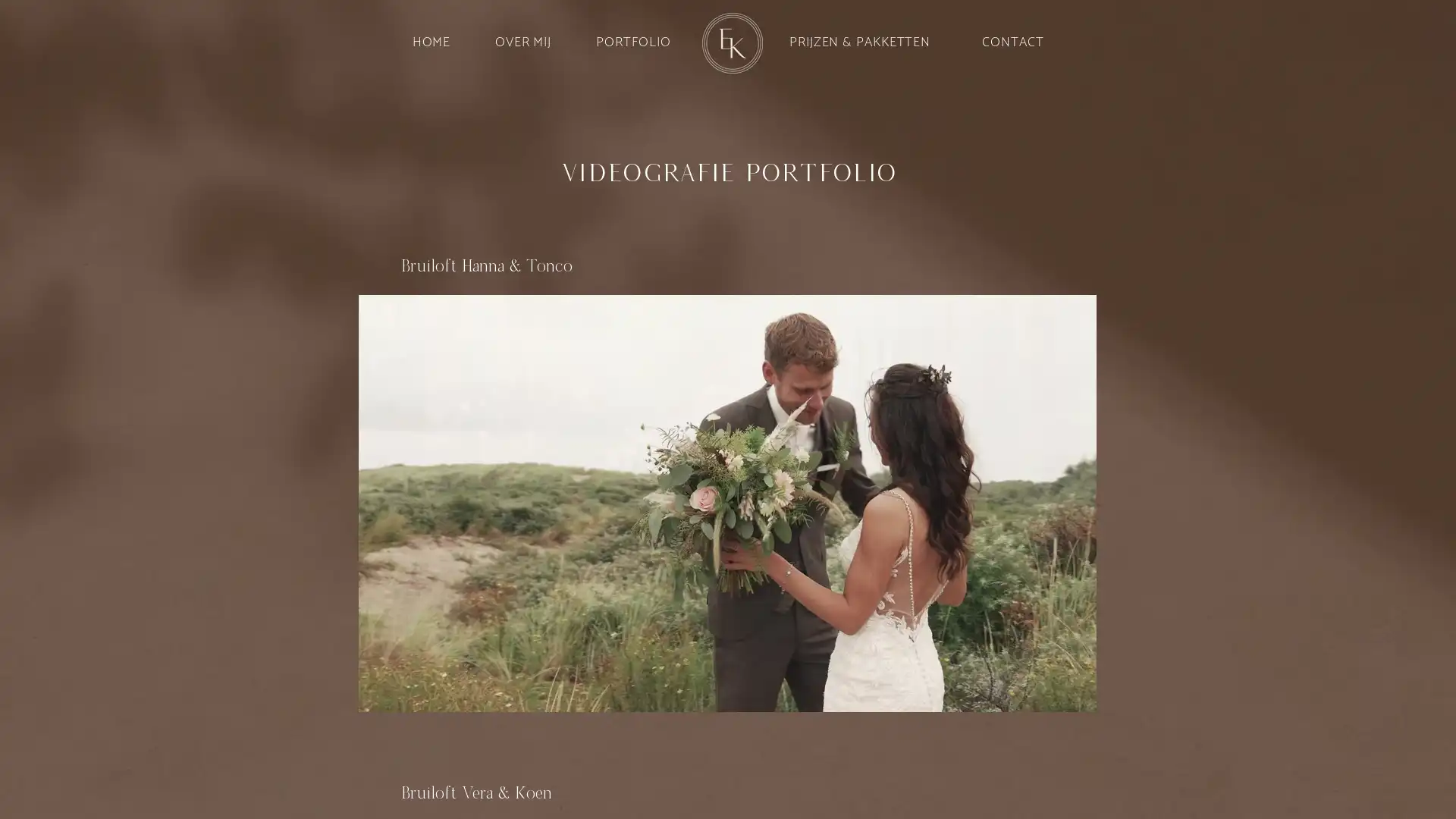 The image size is (1456, 819). What do you see at coordinates (726, 503) in the screenshot?
I see `Play video` at bounding box center [726, 503].